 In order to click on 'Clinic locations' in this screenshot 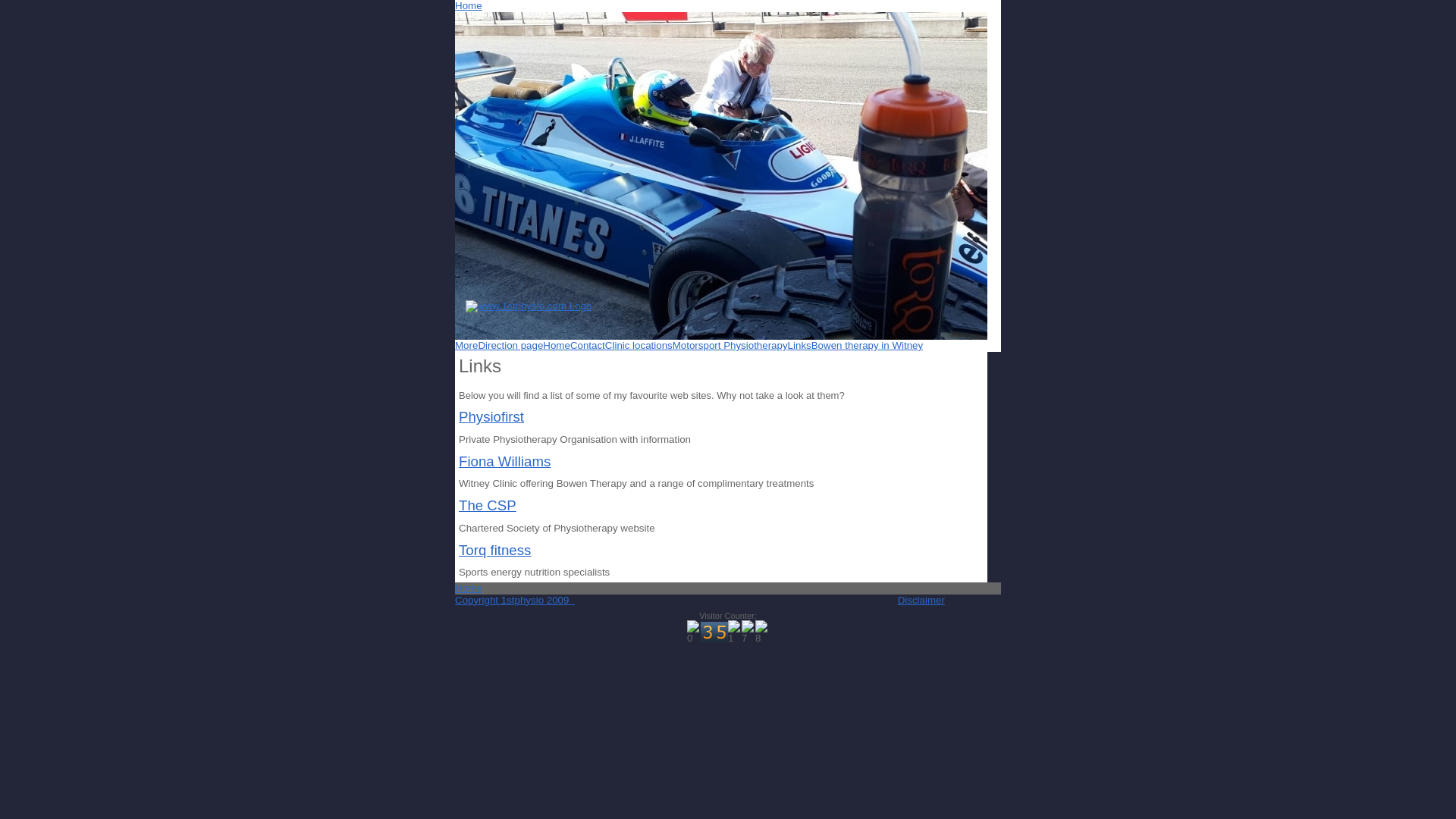, I will do `click(639, 345)`.